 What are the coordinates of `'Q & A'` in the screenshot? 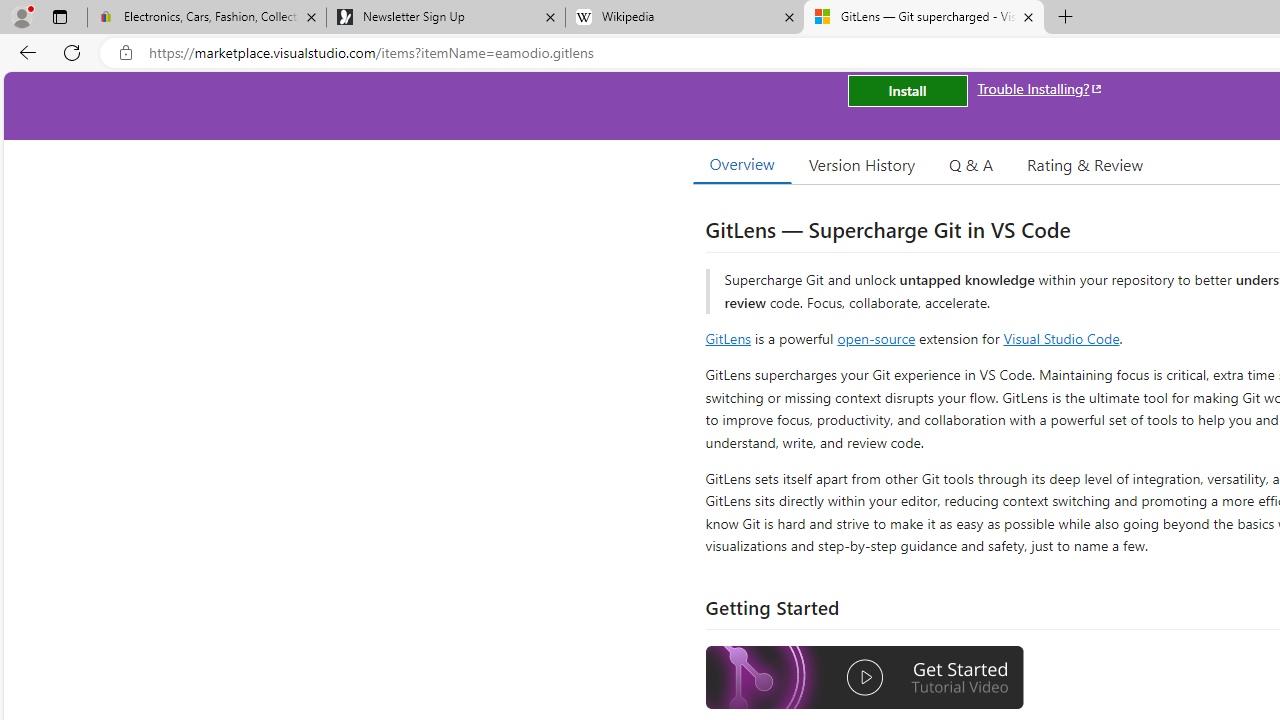 It's located at (971, 163).